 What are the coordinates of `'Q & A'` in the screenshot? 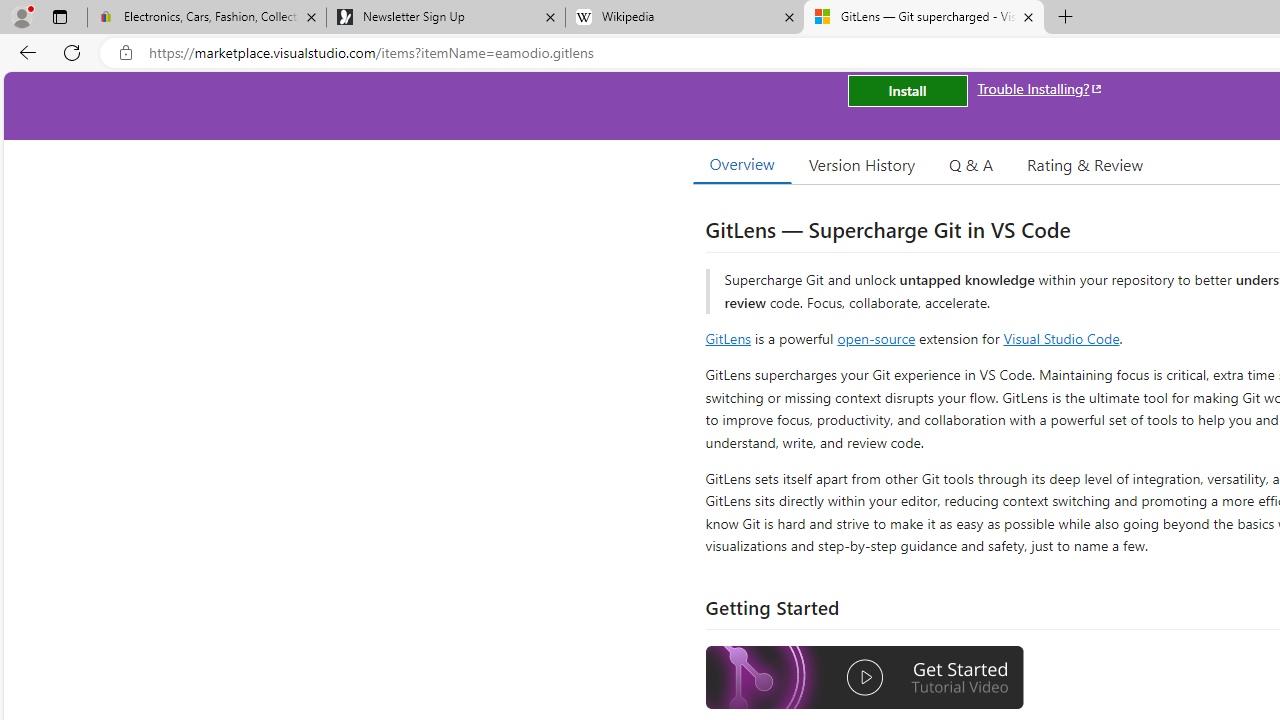 It's located at (971, 163).